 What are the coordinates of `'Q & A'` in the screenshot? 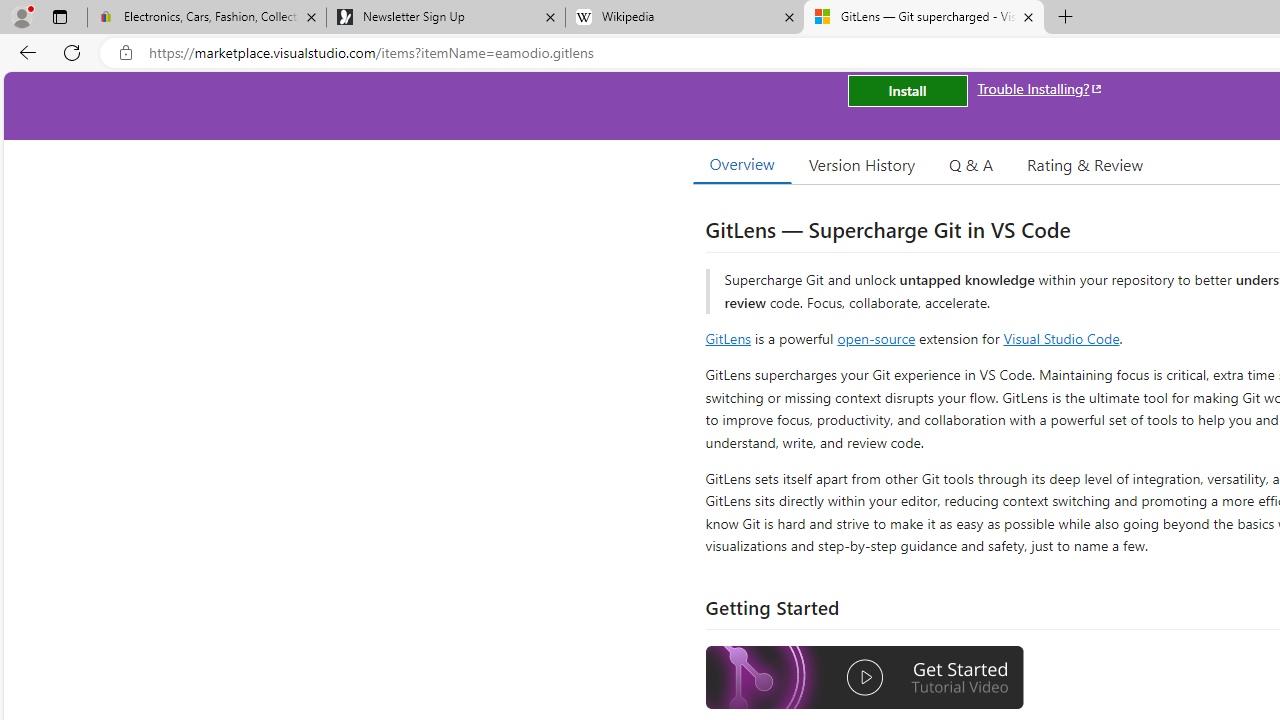 It's located at (971, 163).